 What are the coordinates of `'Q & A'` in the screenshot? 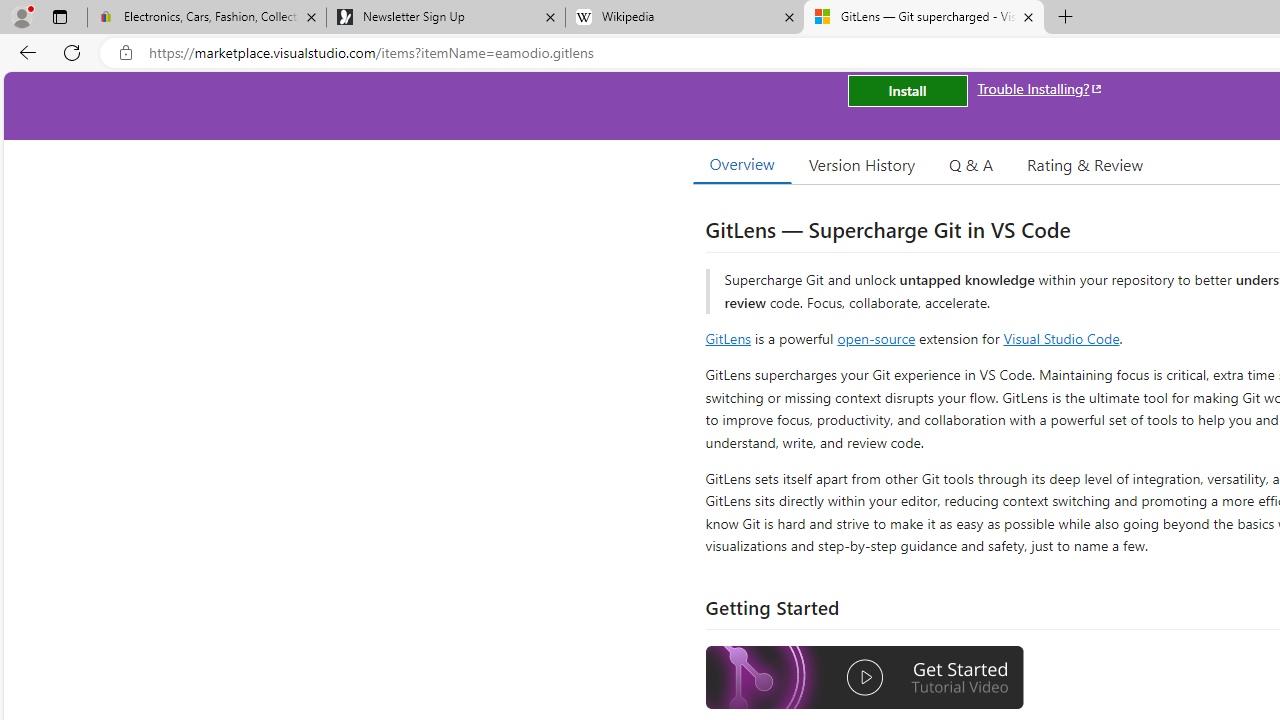 It's located at (971, 163).